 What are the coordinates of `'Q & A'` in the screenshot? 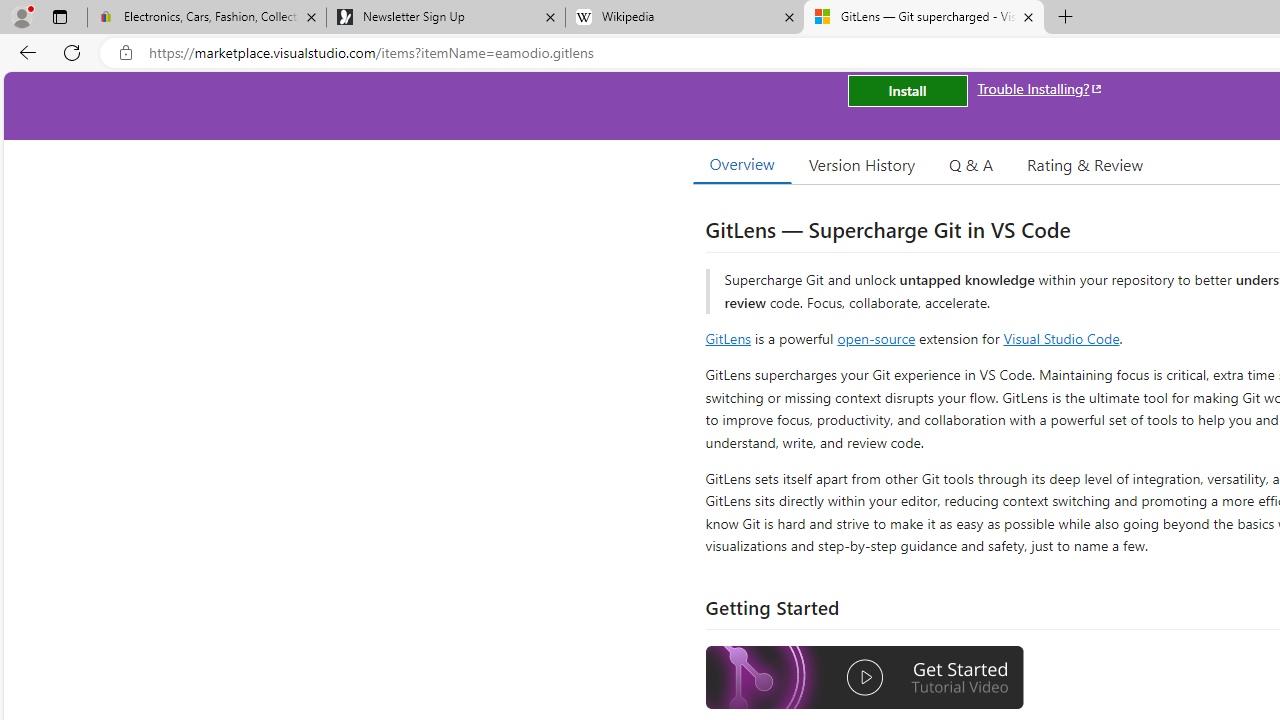 It's located at (971, 163).